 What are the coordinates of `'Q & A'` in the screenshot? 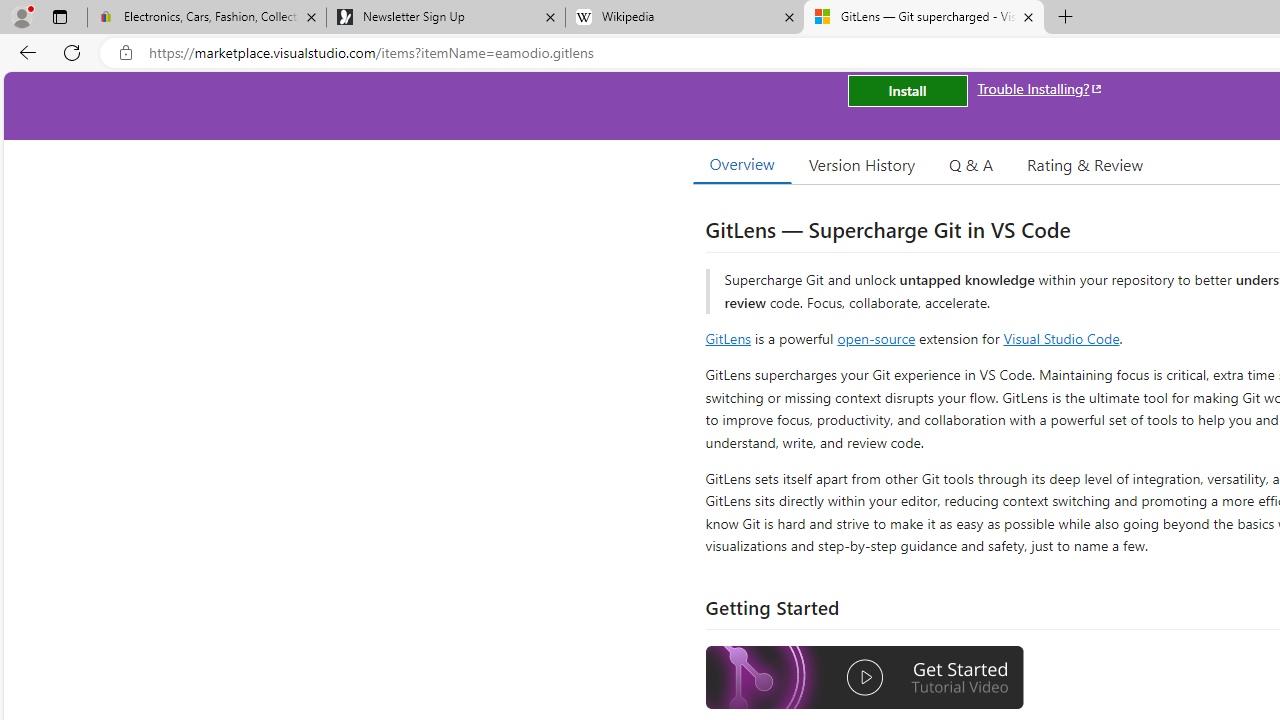 It's located at (971, 163).